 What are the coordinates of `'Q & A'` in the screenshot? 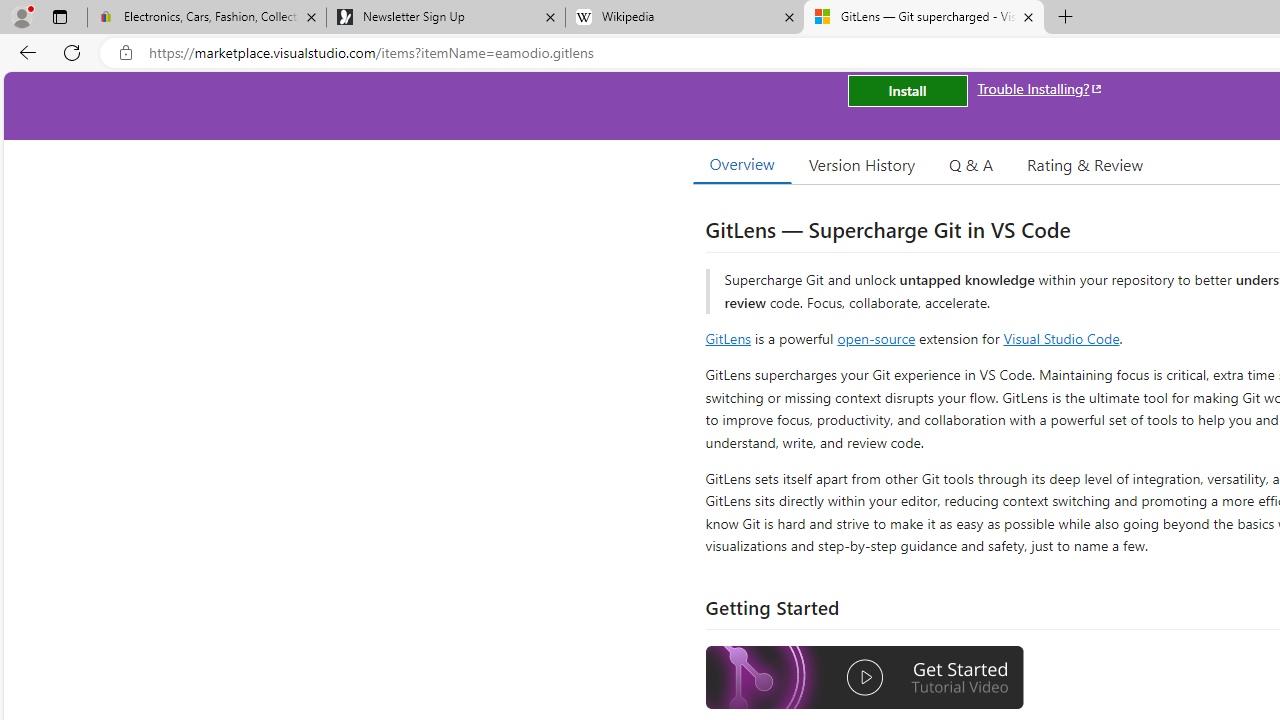 It's located at (971, 163).